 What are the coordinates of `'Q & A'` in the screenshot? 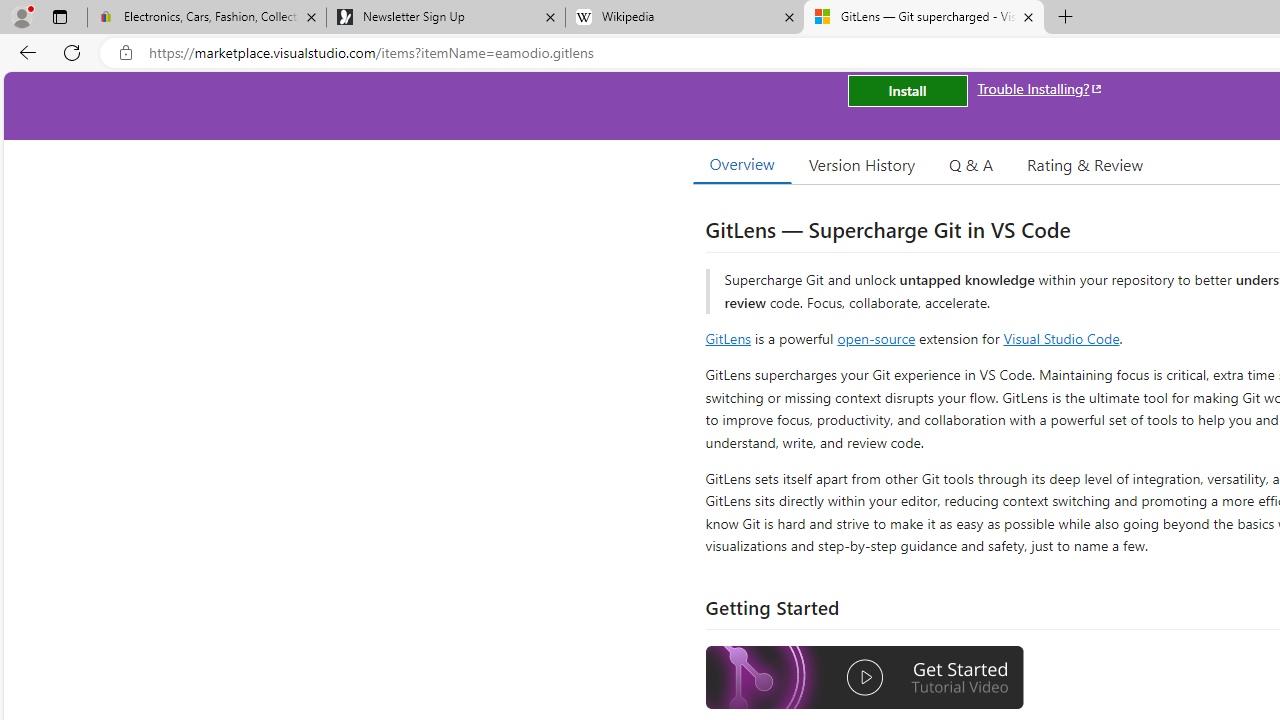 It's located at (971, 163).